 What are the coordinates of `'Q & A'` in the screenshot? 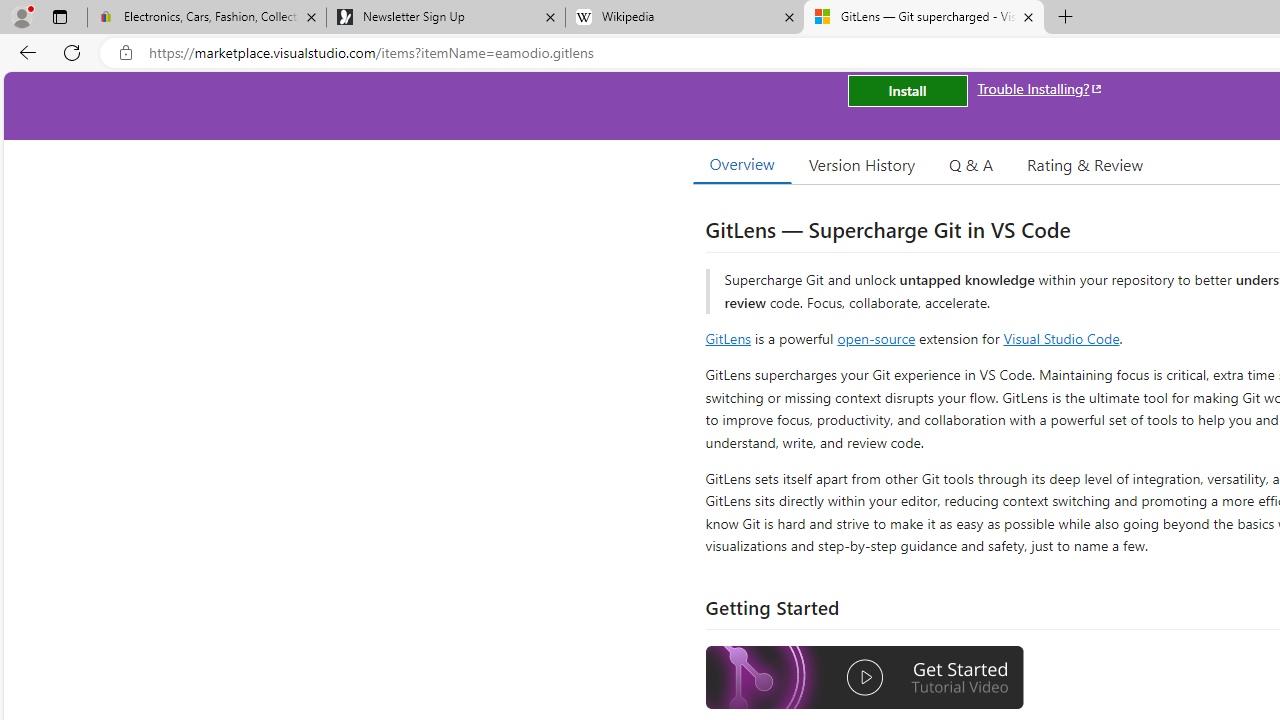 It's located at (971, 163).